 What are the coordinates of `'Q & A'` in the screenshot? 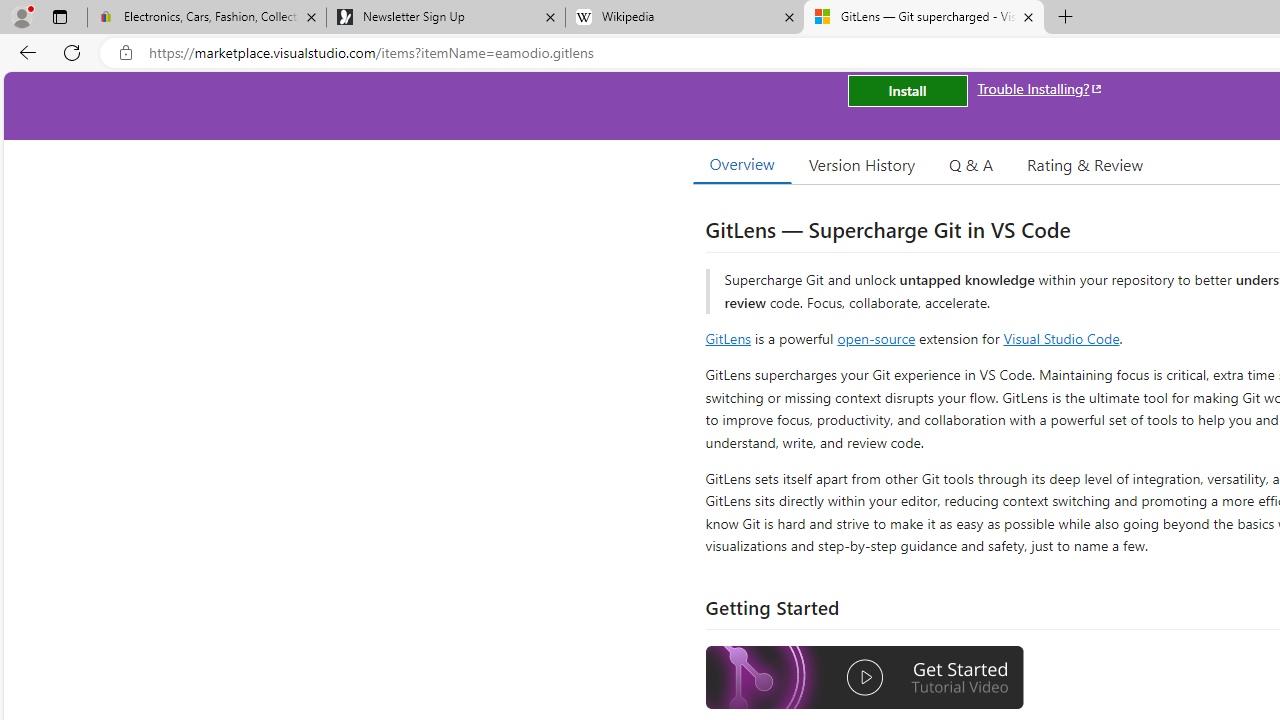 It's located at (971, 163).